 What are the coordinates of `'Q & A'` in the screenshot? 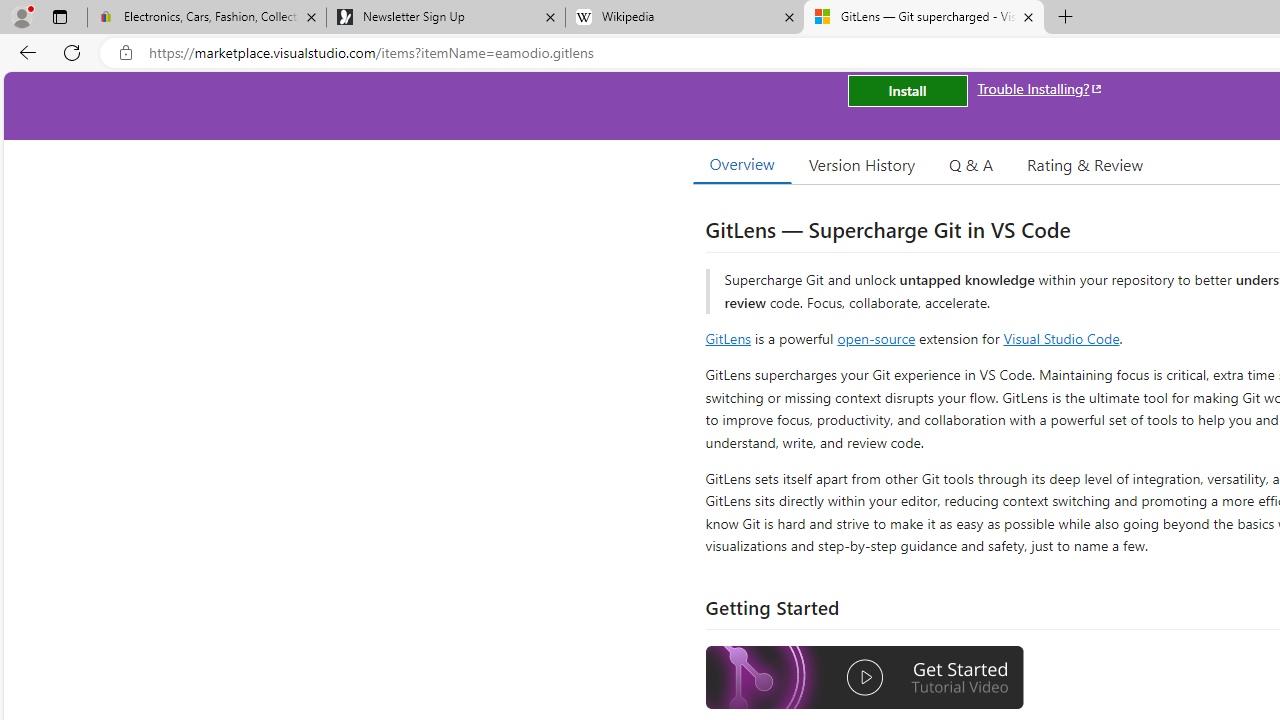 It's located at (971, 163).